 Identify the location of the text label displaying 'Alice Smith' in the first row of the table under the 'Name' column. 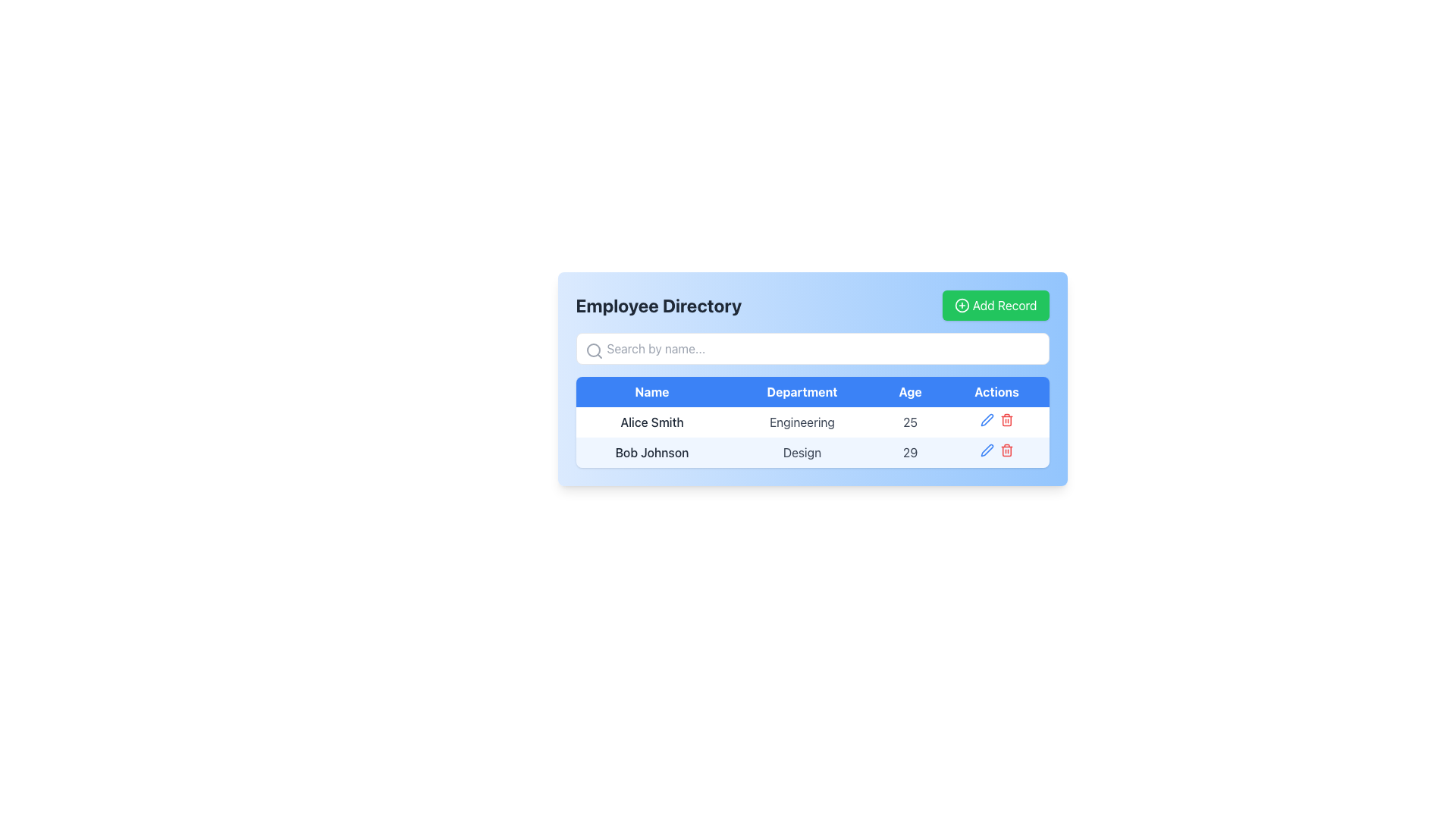
(651, 422).